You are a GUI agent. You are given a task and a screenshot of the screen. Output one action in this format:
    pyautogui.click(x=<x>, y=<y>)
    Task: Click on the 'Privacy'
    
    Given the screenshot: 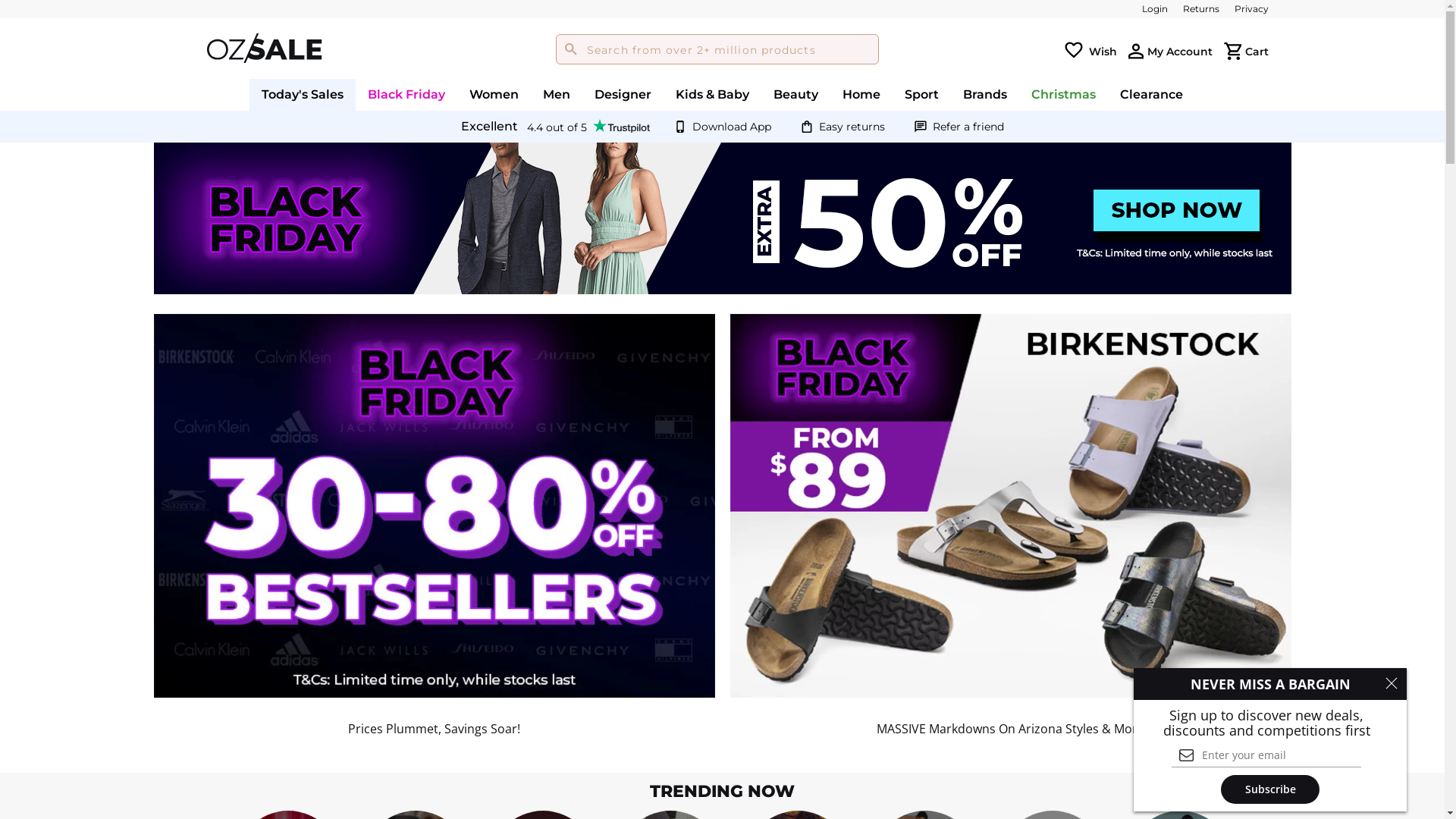 What is the action you would take?
    pyautogui.click(x=1251, y=9)
    